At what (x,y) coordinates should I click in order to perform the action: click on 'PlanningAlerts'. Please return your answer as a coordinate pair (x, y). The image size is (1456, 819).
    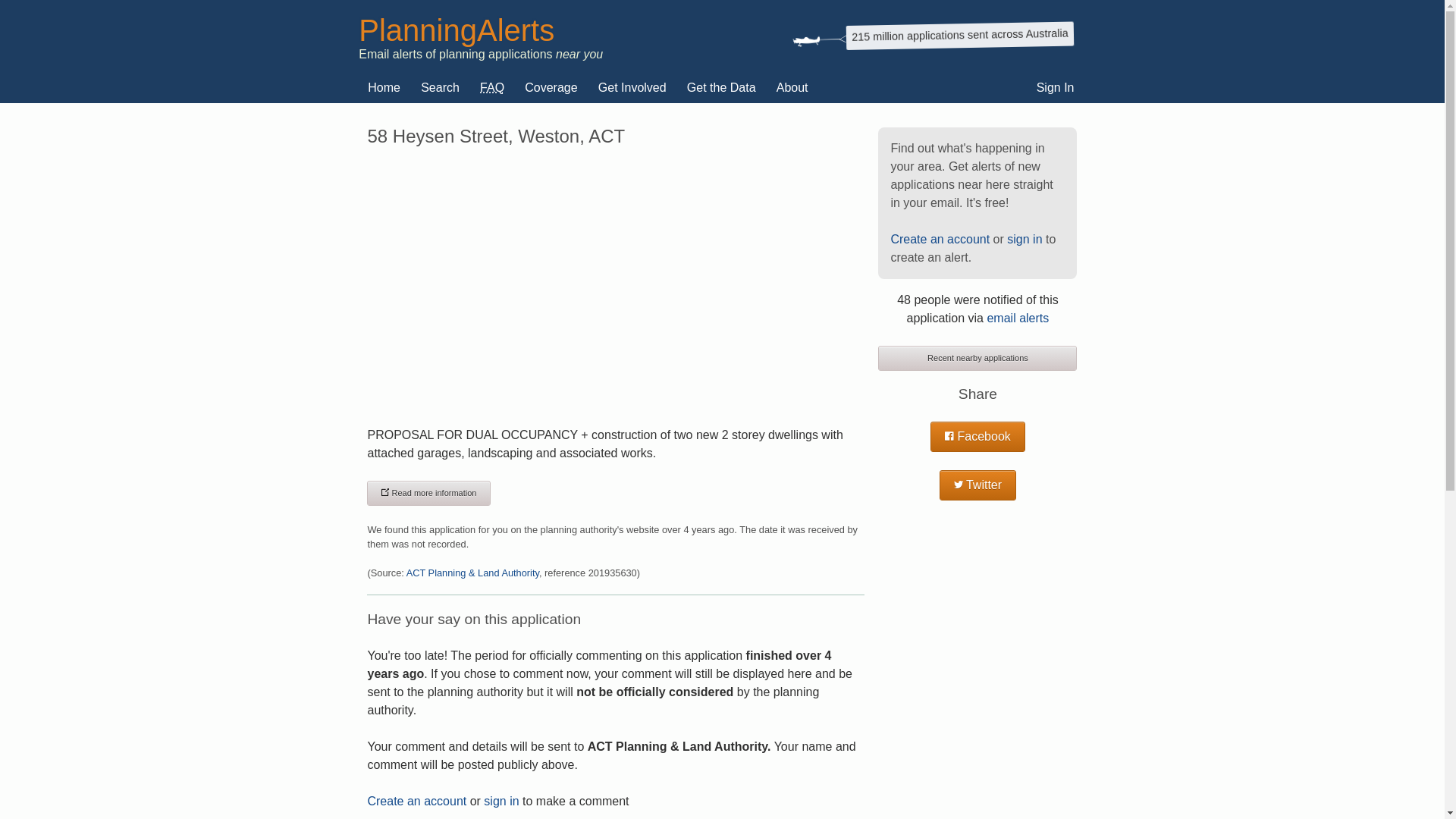
    Looking at the image, I should click on (455, 30).